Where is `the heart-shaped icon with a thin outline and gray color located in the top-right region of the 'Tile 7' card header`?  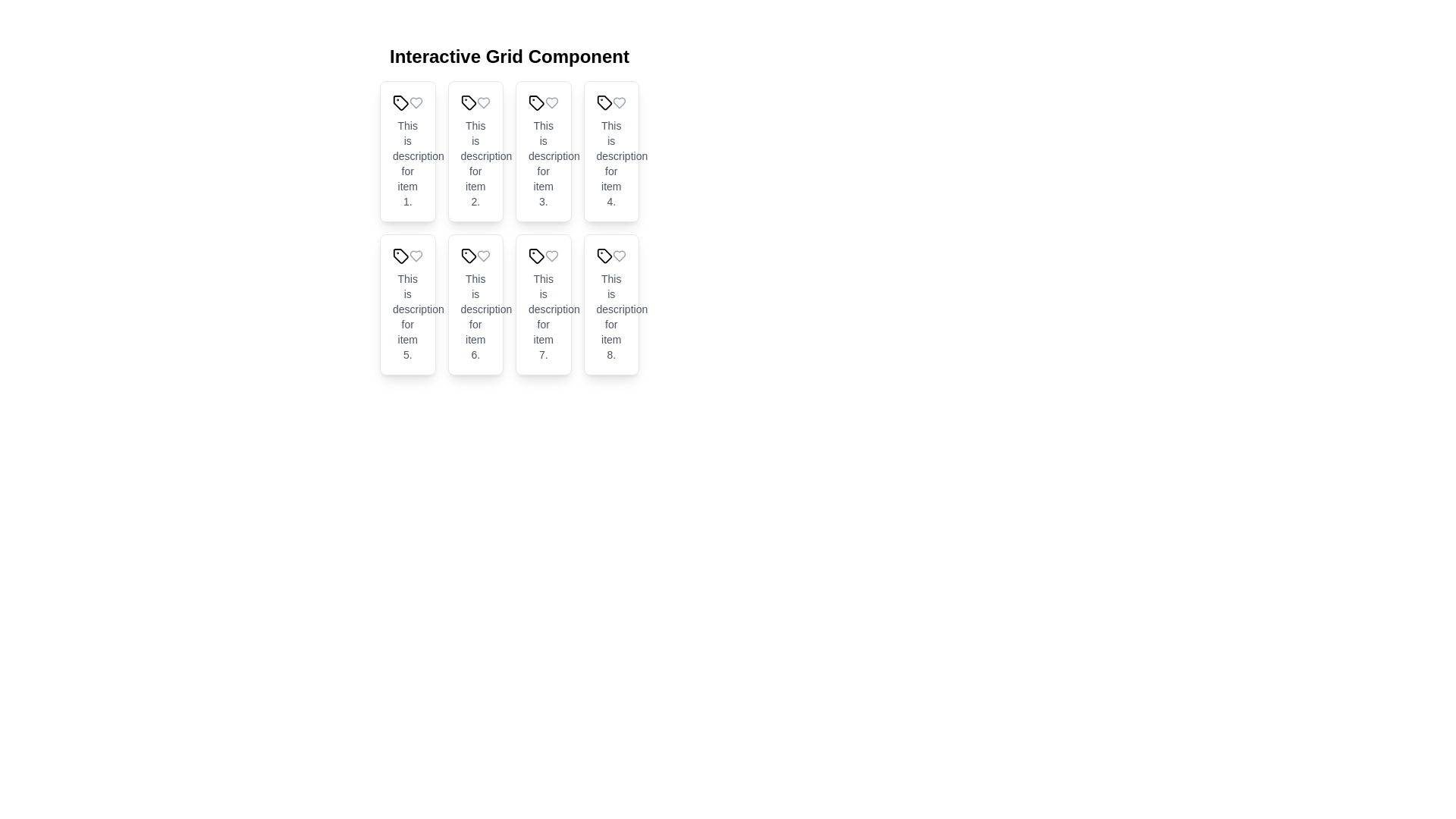 the heart-shaped icon with a thin outline and gray color located in the top-right region of the 'Tile 7' card header is located at coordinates (551, 256).